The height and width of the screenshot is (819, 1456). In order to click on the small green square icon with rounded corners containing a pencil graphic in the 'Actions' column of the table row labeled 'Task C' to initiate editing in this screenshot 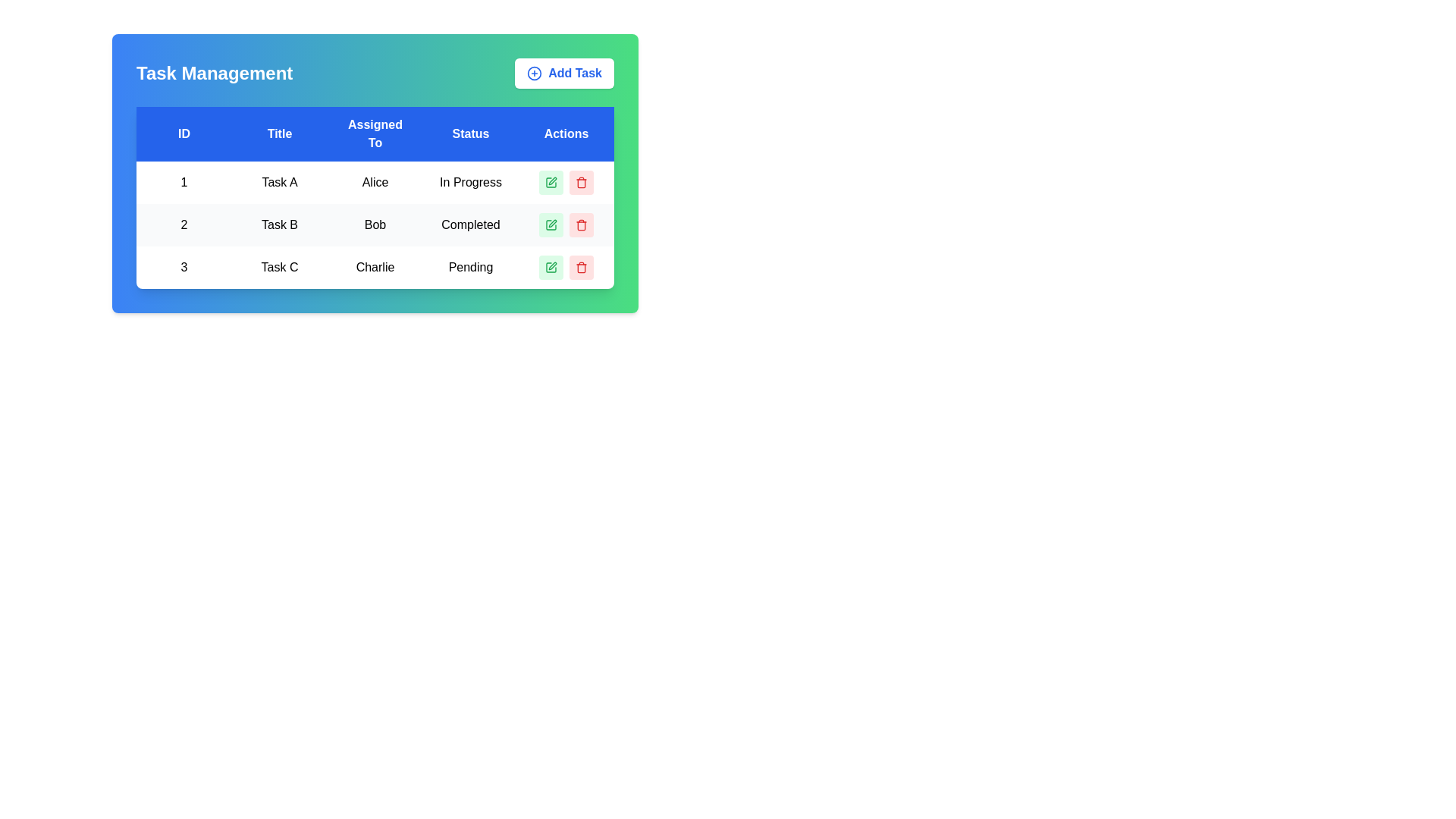, I will do `click(550, 267)`.